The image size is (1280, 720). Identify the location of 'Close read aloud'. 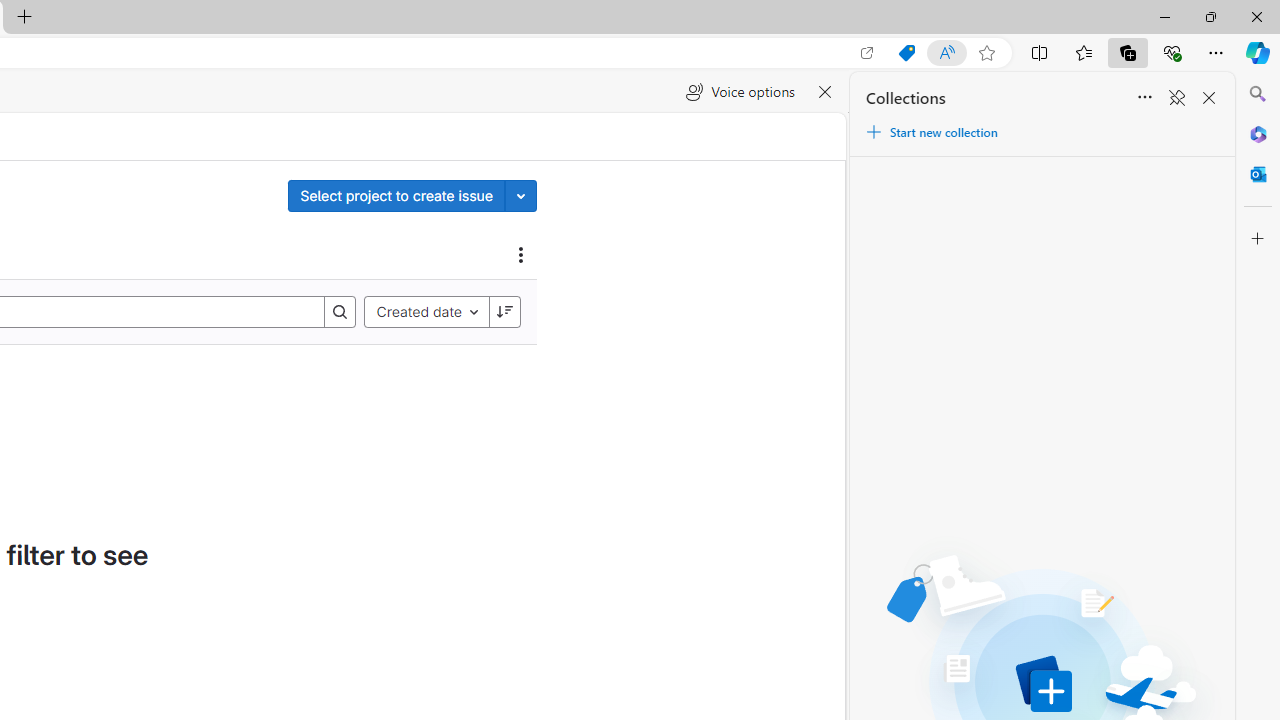
(825, 92).